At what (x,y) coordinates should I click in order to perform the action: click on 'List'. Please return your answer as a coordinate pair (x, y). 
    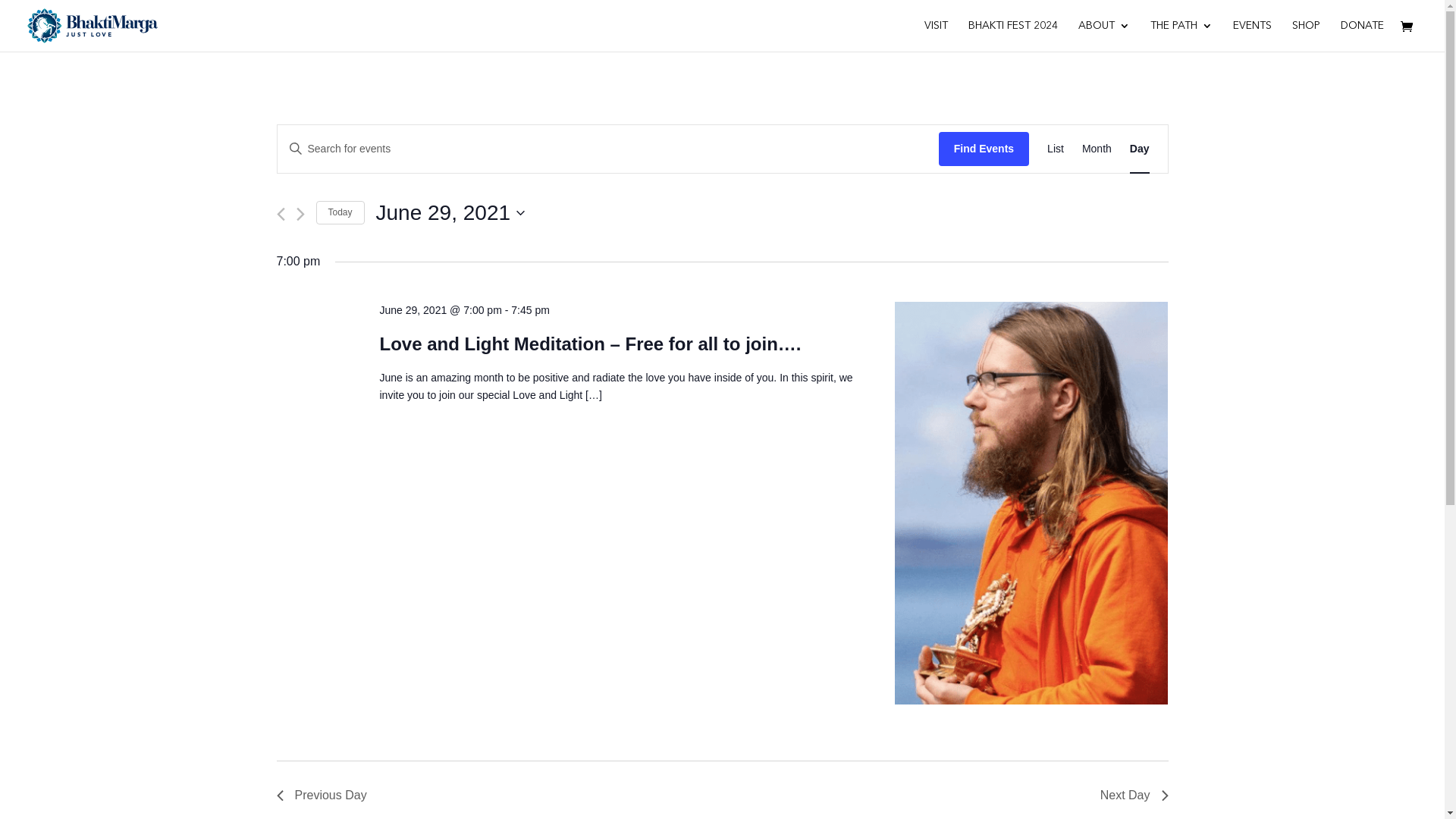
    Looking at the image, I should click on (1055, 149).